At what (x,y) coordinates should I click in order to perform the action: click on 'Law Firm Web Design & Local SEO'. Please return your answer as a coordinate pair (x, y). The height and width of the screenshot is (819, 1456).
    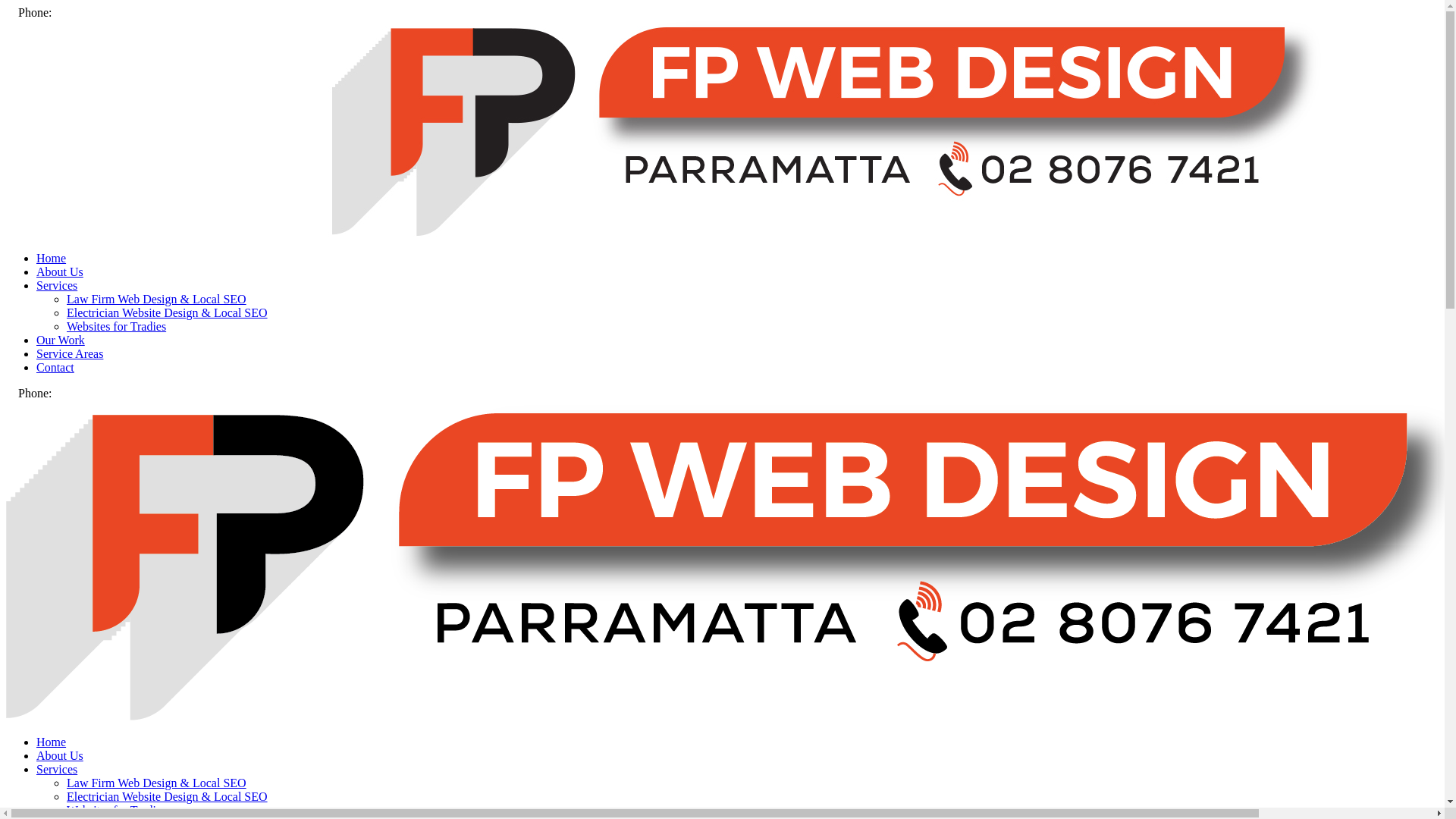
    Looking at the image, I should click on (65, 783).